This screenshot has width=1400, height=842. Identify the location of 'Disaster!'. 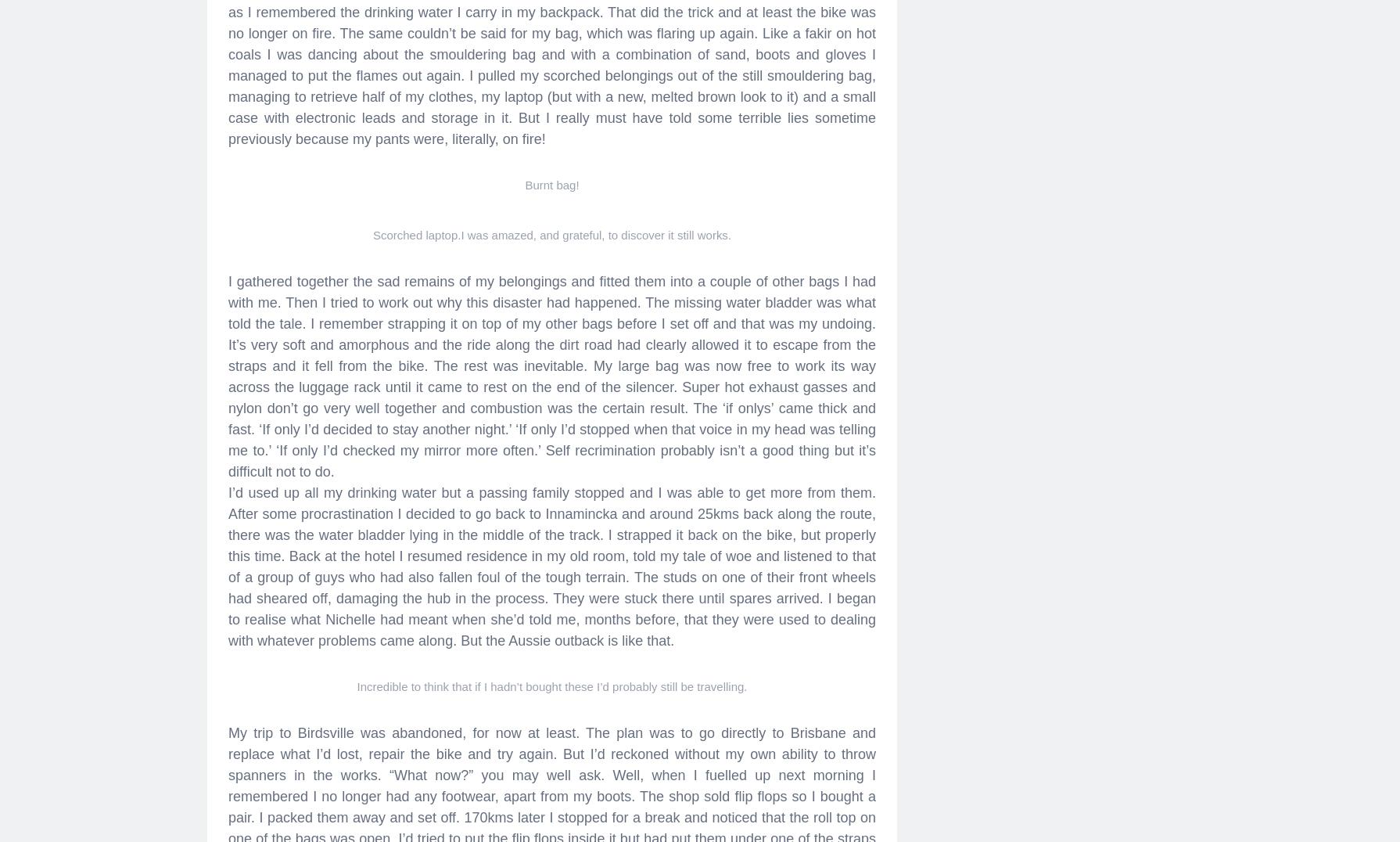
(551, 256).